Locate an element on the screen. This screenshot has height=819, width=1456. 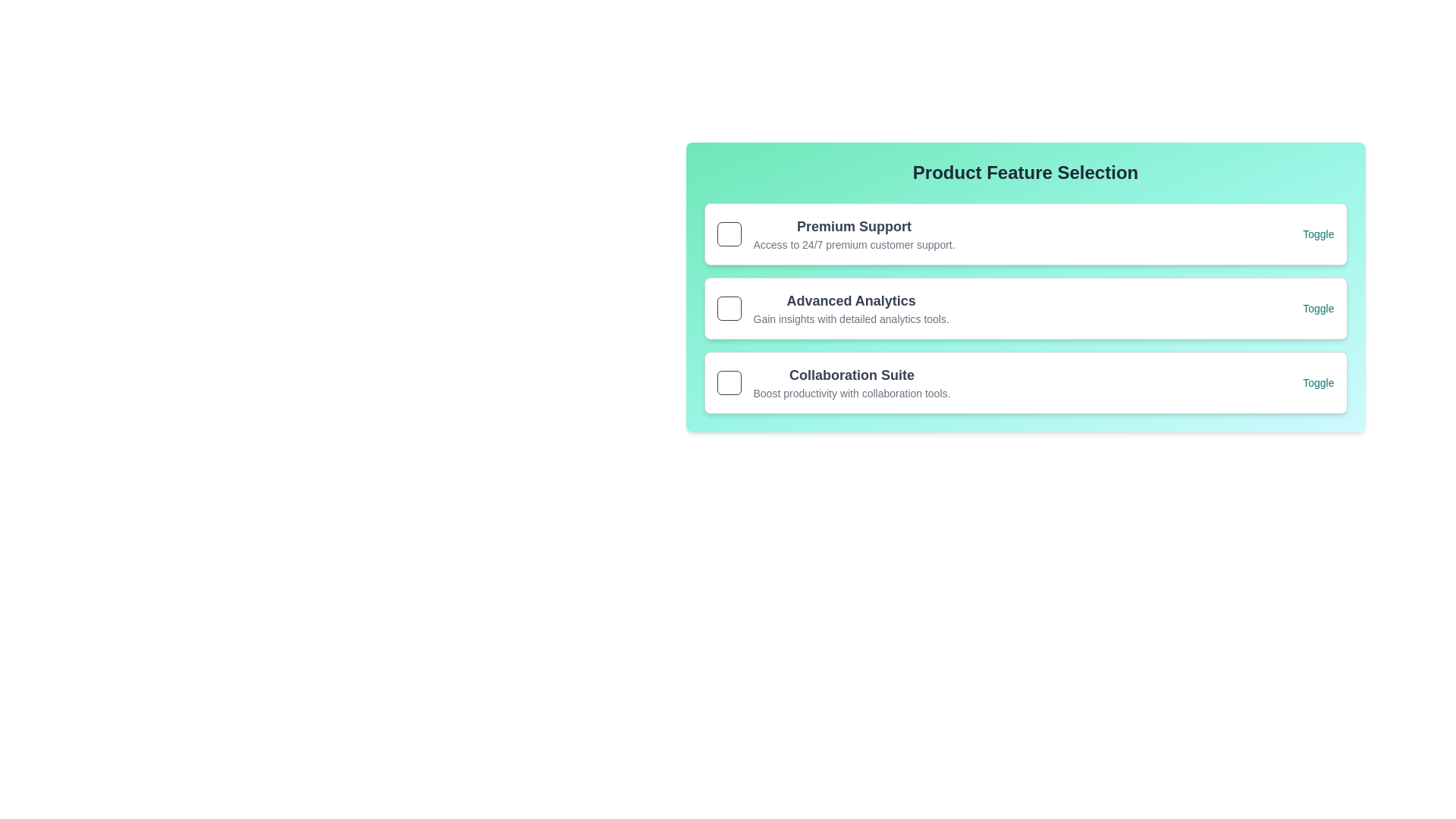
the text component stating 'Access to 24/7 premium customer support.' which is styled with 'text-sm text-gray-500' and positioned below the 'Premium Support' header is located at coordinates (854, 244).